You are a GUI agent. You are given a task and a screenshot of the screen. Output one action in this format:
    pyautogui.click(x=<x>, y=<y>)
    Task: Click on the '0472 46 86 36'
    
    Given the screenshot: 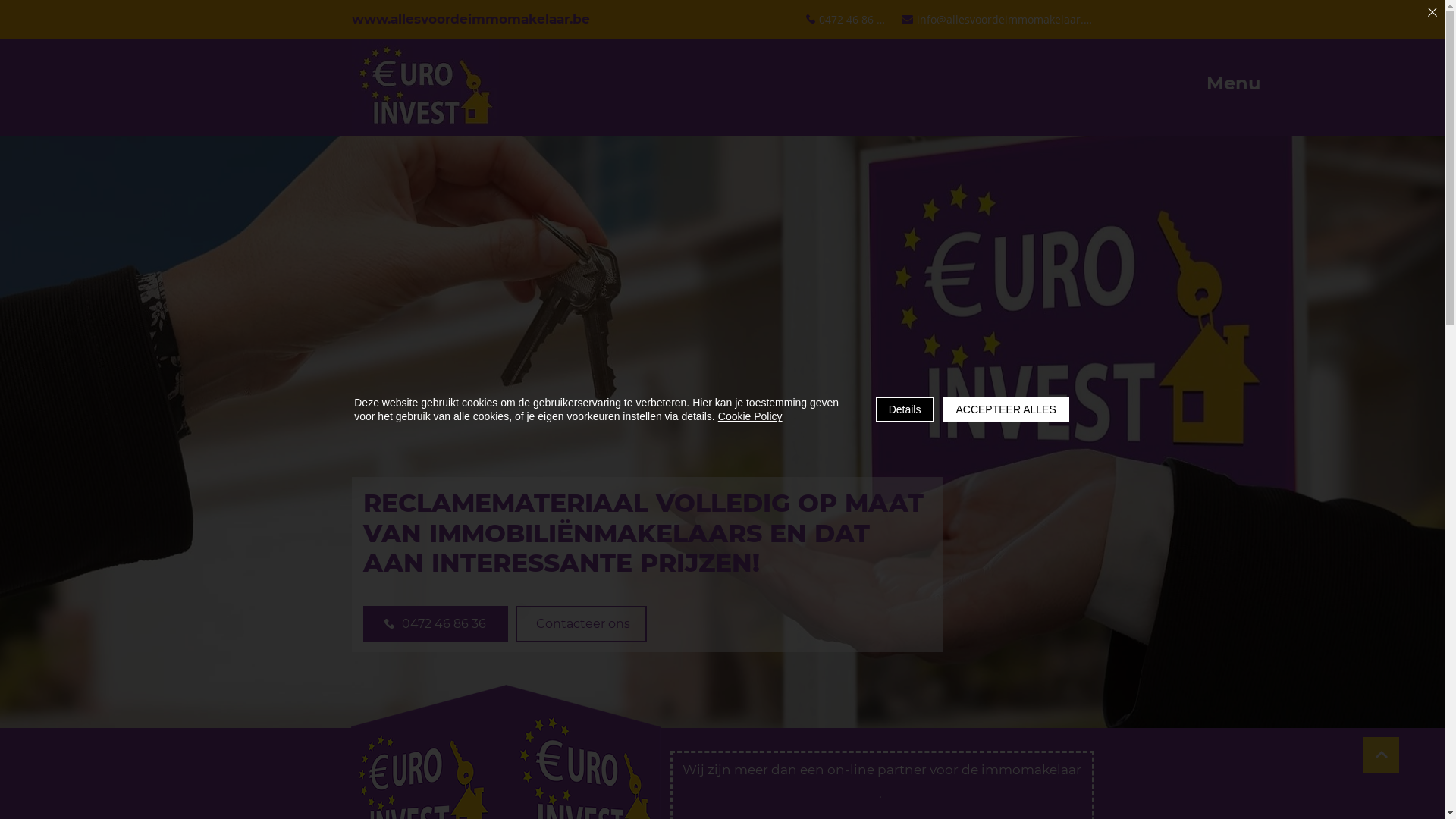 What is the action you would take?
    pyautogui.click(x=434, y=623)
    